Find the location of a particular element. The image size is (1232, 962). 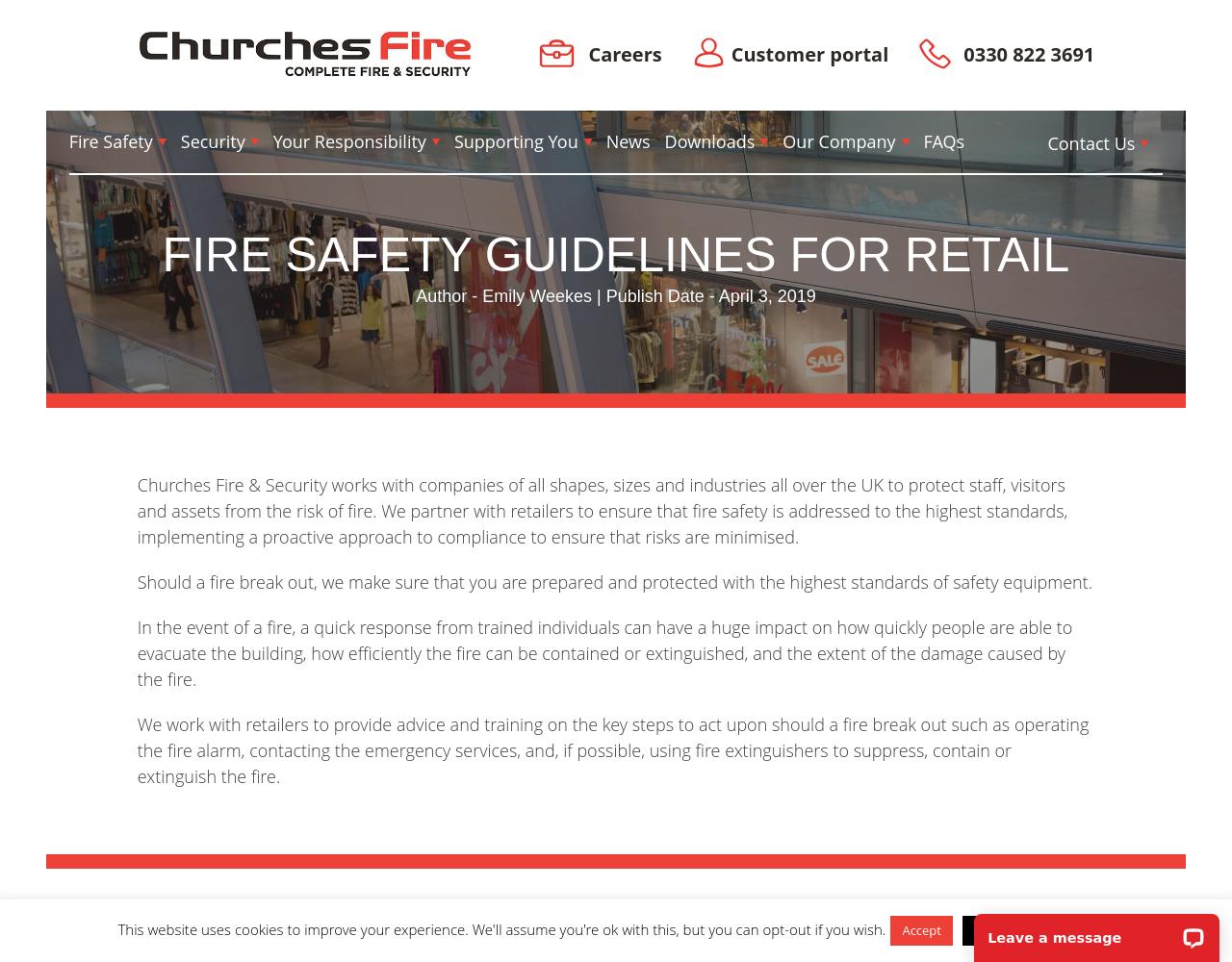

'News' is located at coordinates (628, 140).